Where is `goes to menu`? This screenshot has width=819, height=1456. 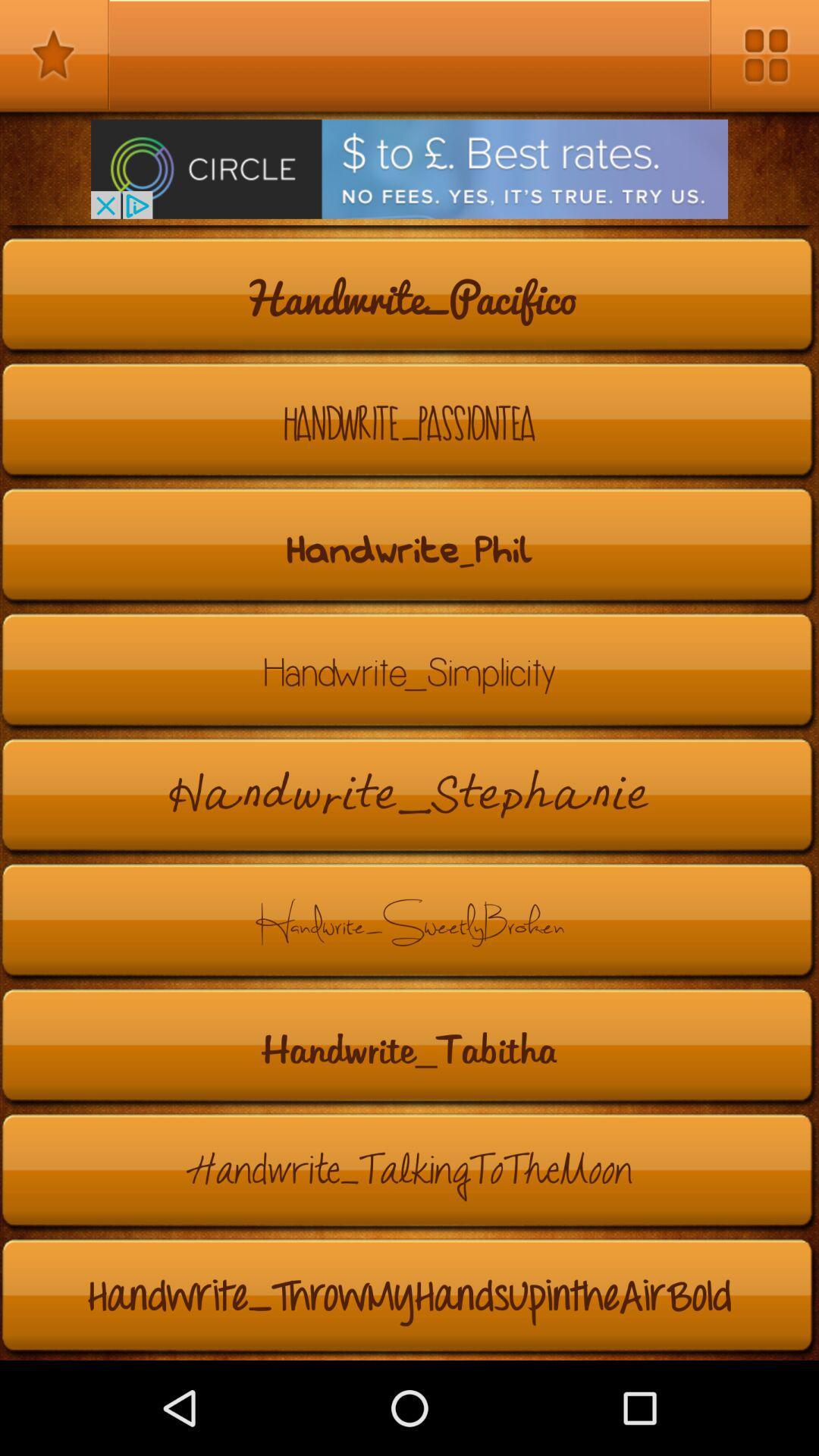 goes to menu is located at coordinates (764, 55).